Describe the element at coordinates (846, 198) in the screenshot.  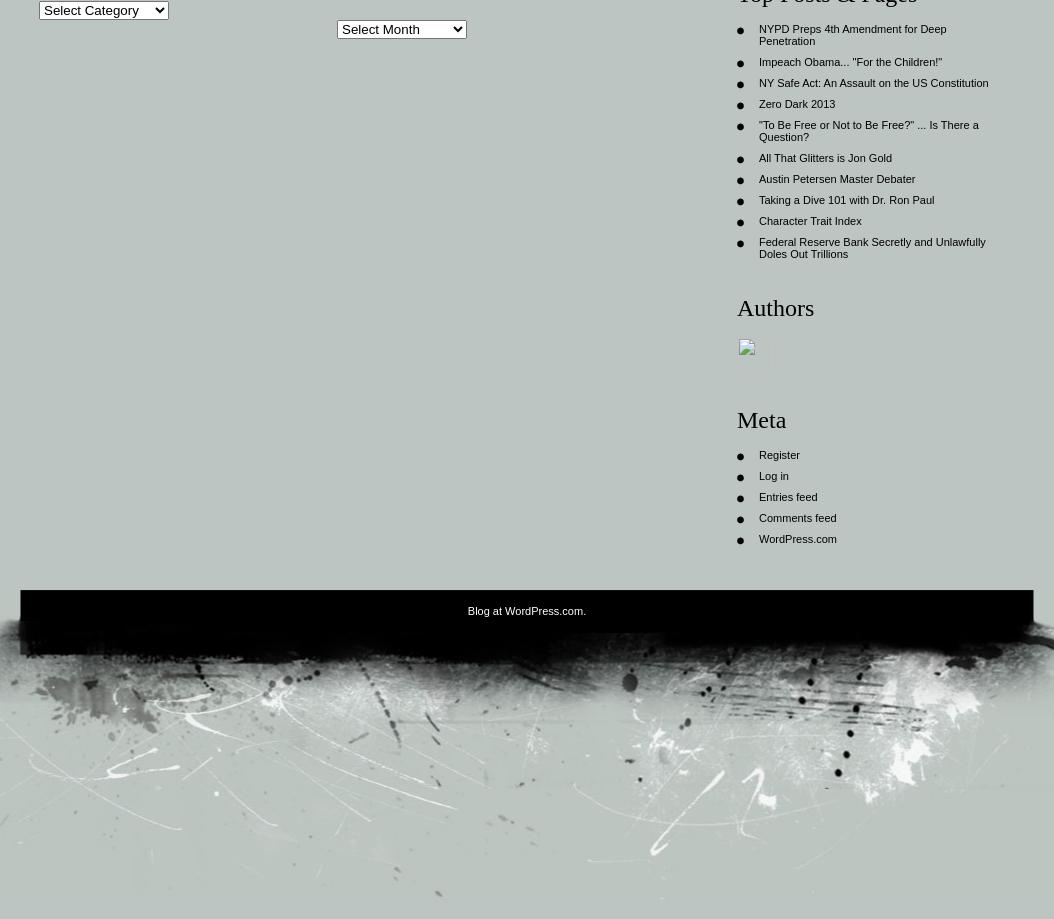
I see `'Taking a Dive 101 with Dr. Ron Paul'` at that location.